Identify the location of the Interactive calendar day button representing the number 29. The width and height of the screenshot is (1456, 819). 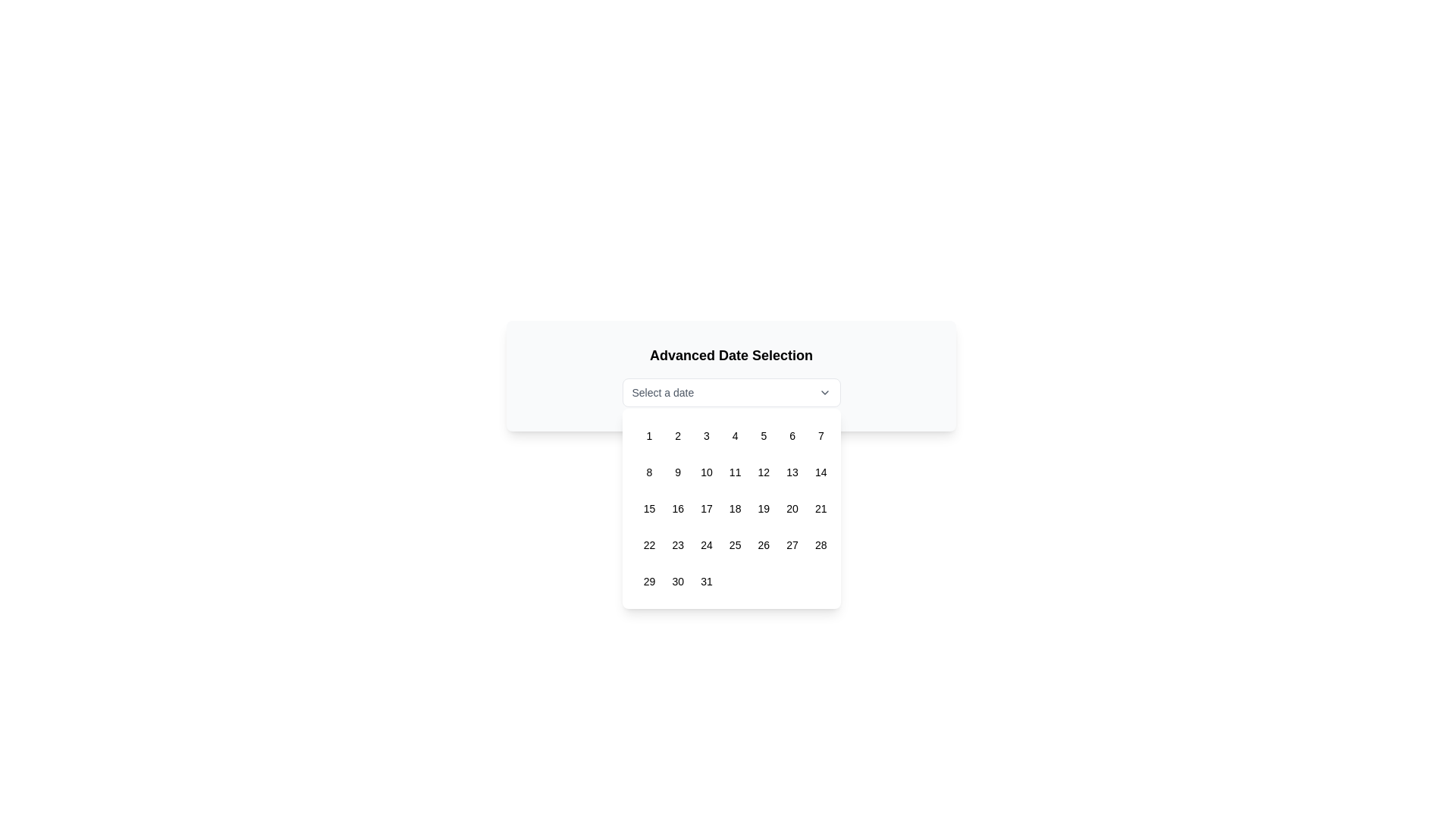
(649, 581).